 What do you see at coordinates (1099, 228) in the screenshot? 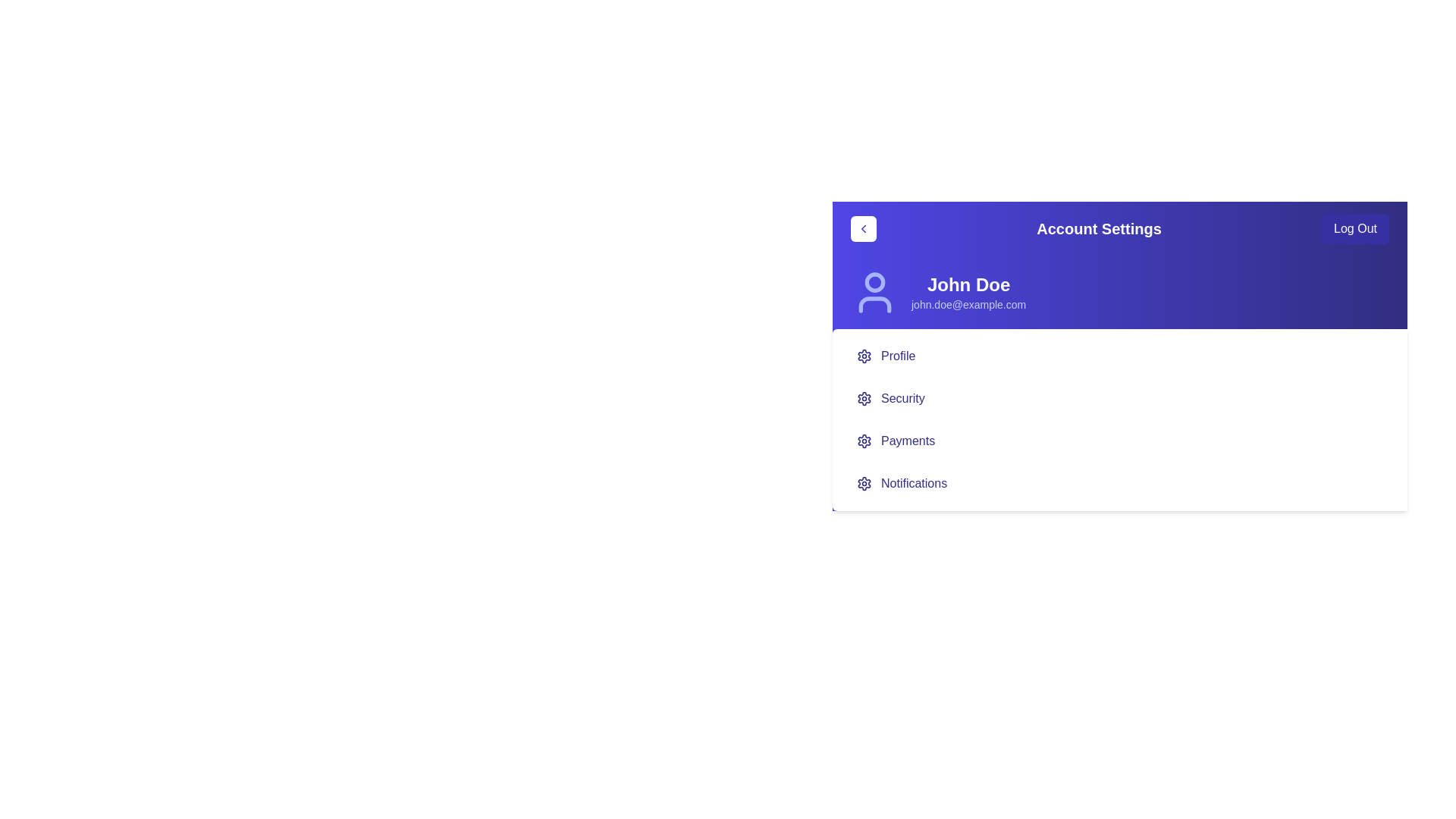
I see `the 'Account Settings' text label, which serves as a heading indicating the current section of the application` at bounding box center [1099, 228].